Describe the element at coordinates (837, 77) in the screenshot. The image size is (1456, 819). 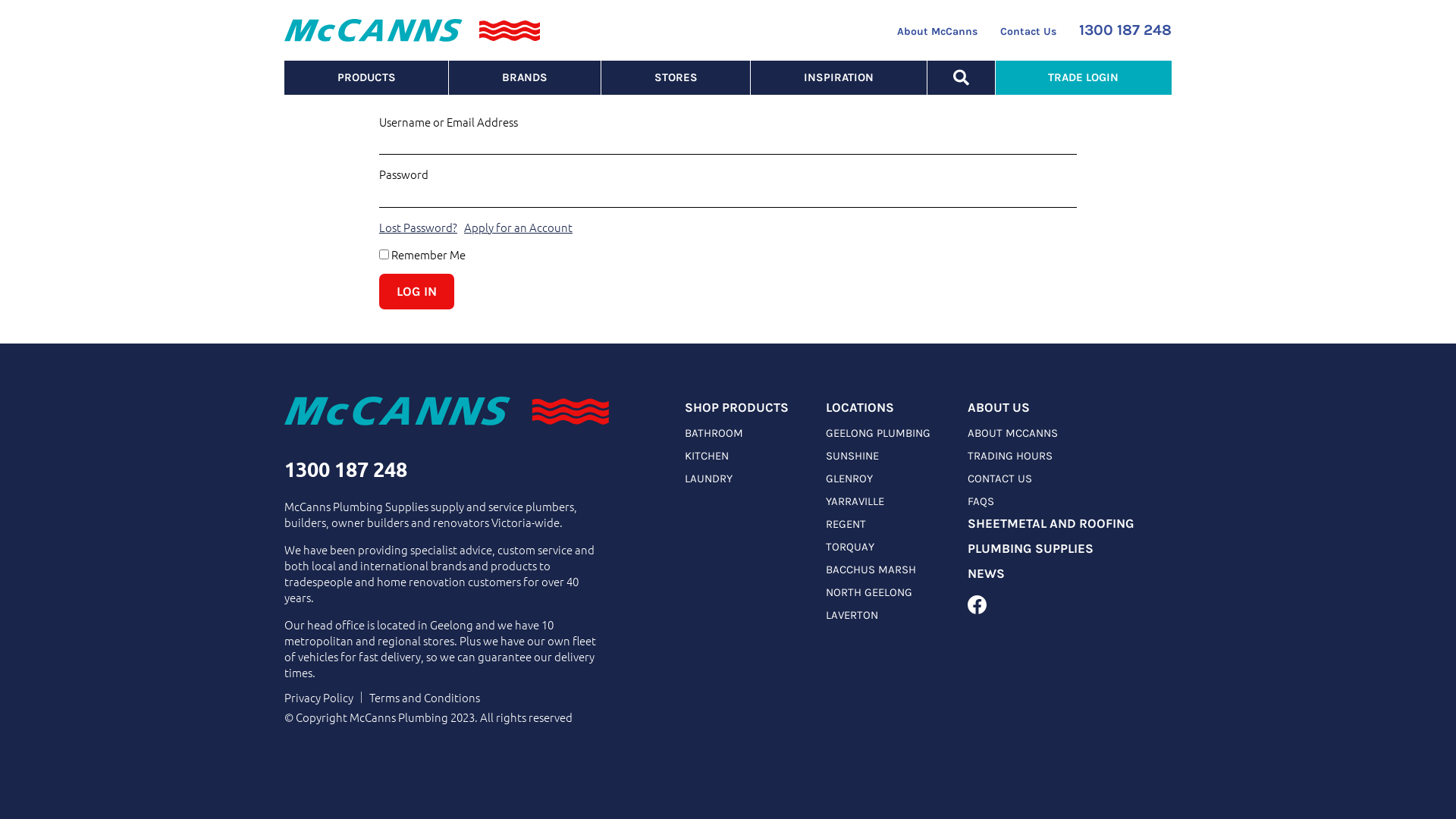
I see `'INSPIRATION'` at that location.